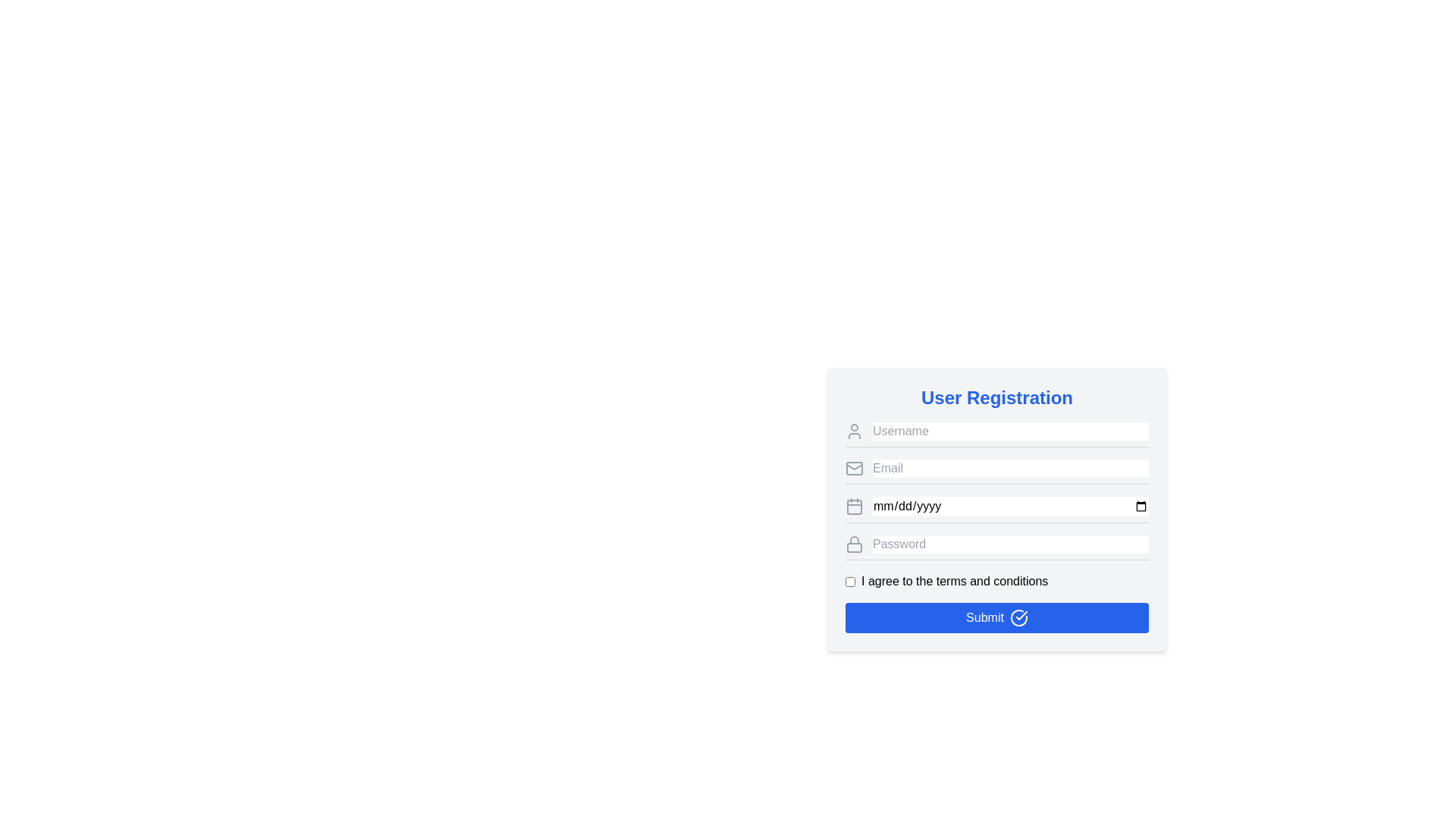 Image resolution: width=1456 pixels, height=819 pixels. What do you see at coordinates (855, 431) in the screenshot?
I see `the tooltip or associated information for the user silhouette icon located to the left of the 'Username' input field in the 'User Registration' form` at bounding box center [855, 431].